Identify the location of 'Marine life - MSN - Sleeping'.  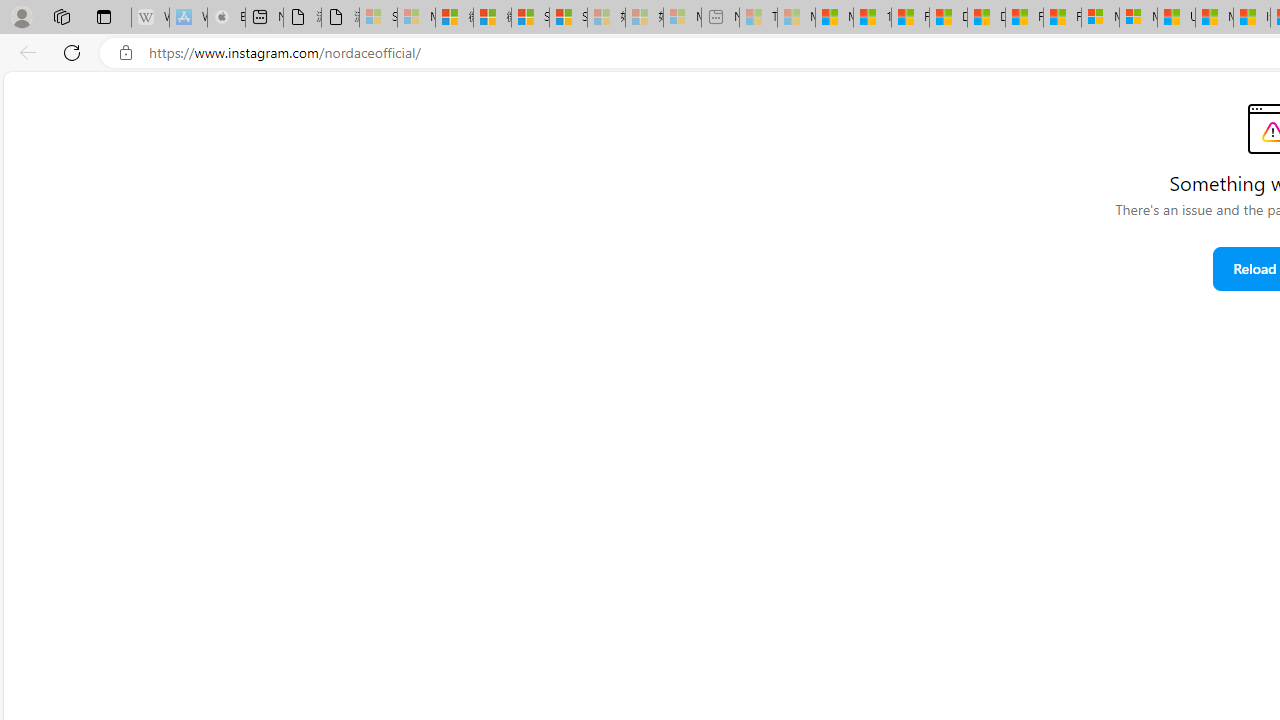
(795, 17).